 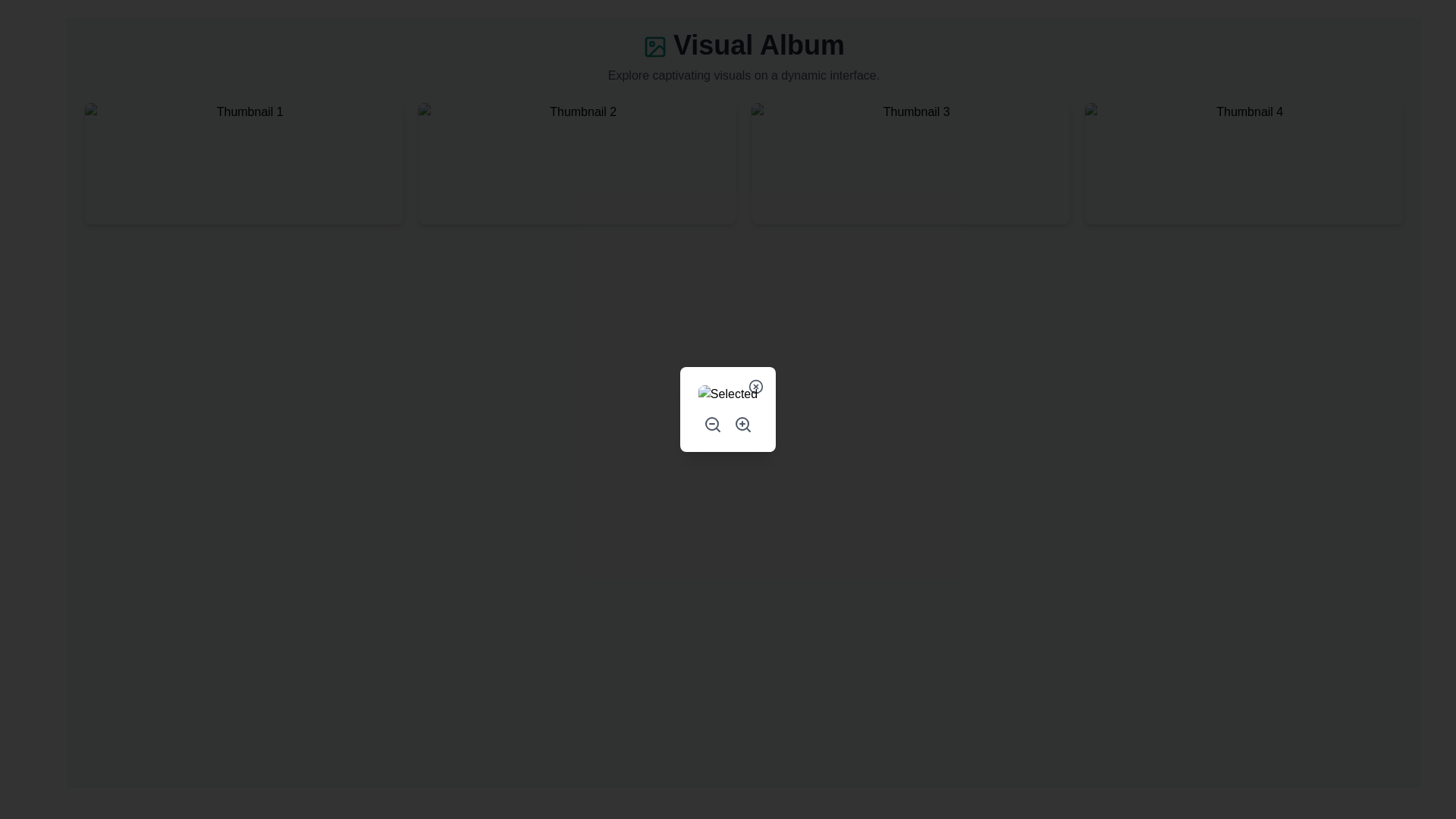 I want to click on the graphical element representing the magnifying glass icon located at the lower right corner of the quick actions panel, so click(x=711, y=424).